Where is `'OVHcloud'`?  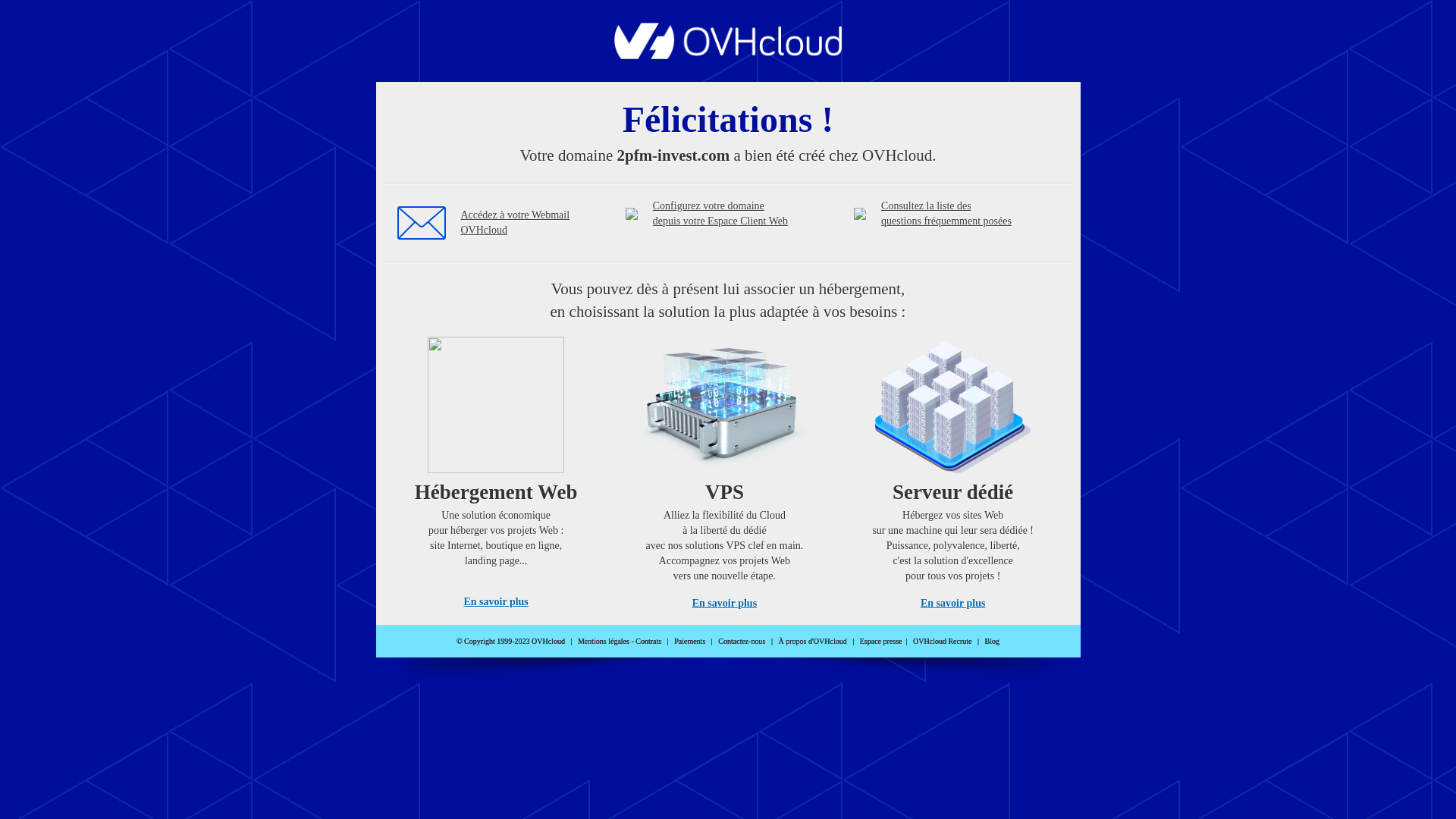
'OVHcloud' is located at coordinates (728, 54).